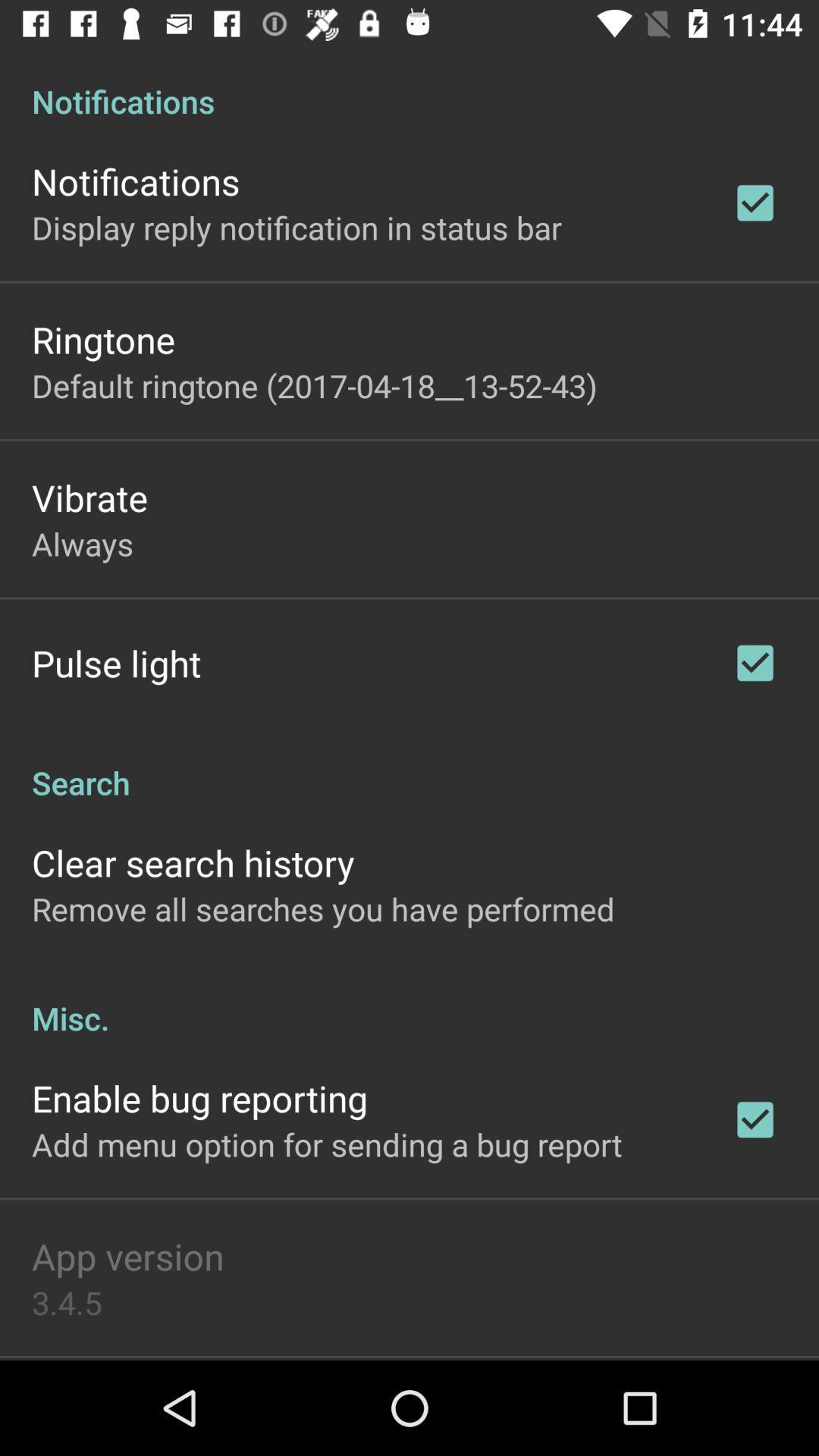  I want to click on the item below remove all searches item, so click(409, 1002).